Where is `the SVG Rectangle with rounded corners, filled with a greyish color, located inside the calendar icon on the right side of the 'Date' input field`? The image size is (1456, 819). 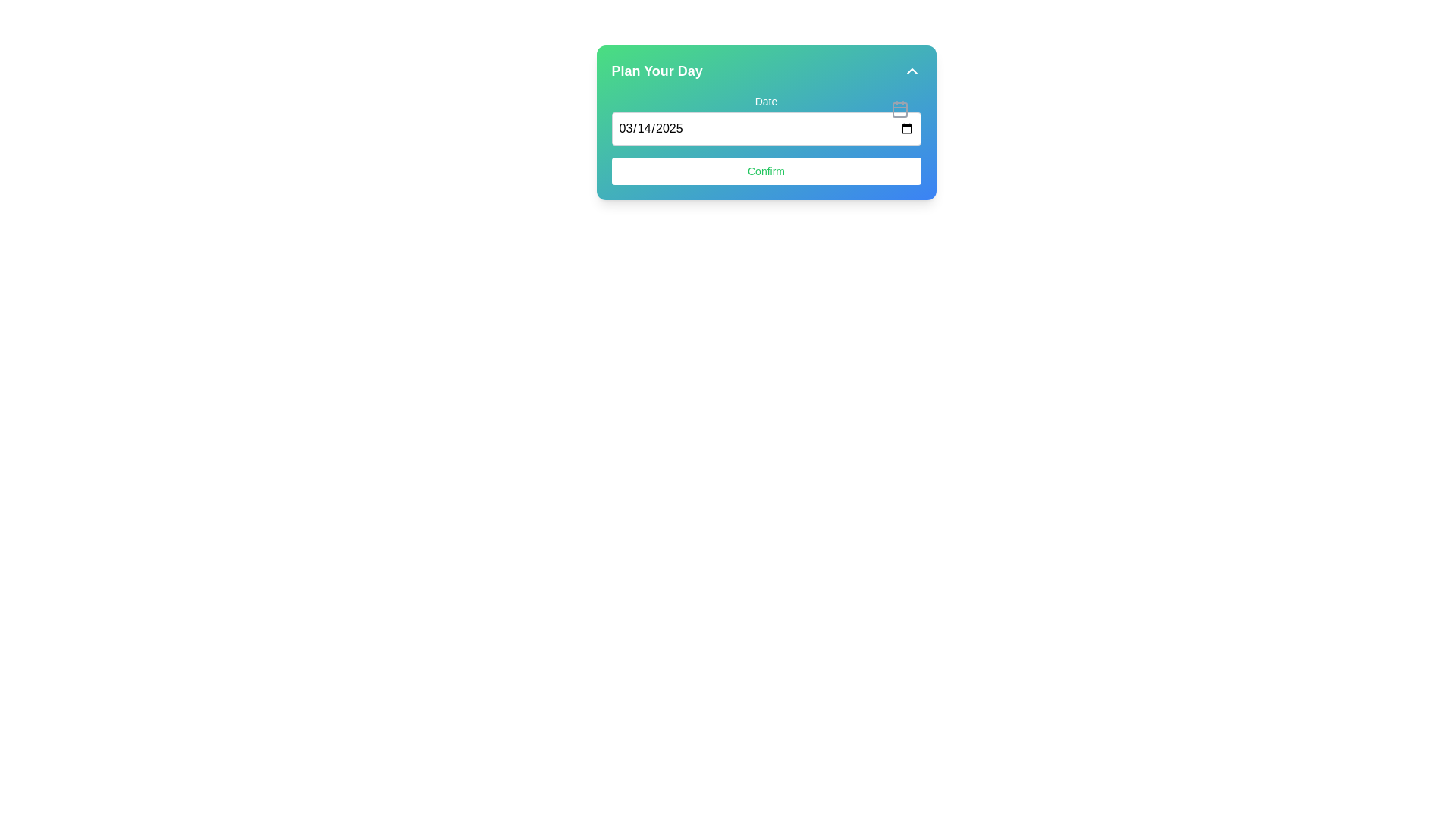
the SVG Rectangle with rounded corners, filled with a greyish color, located inside the calendar icon on the right side of the 'Date' input field is located at coordinates (899, 109).